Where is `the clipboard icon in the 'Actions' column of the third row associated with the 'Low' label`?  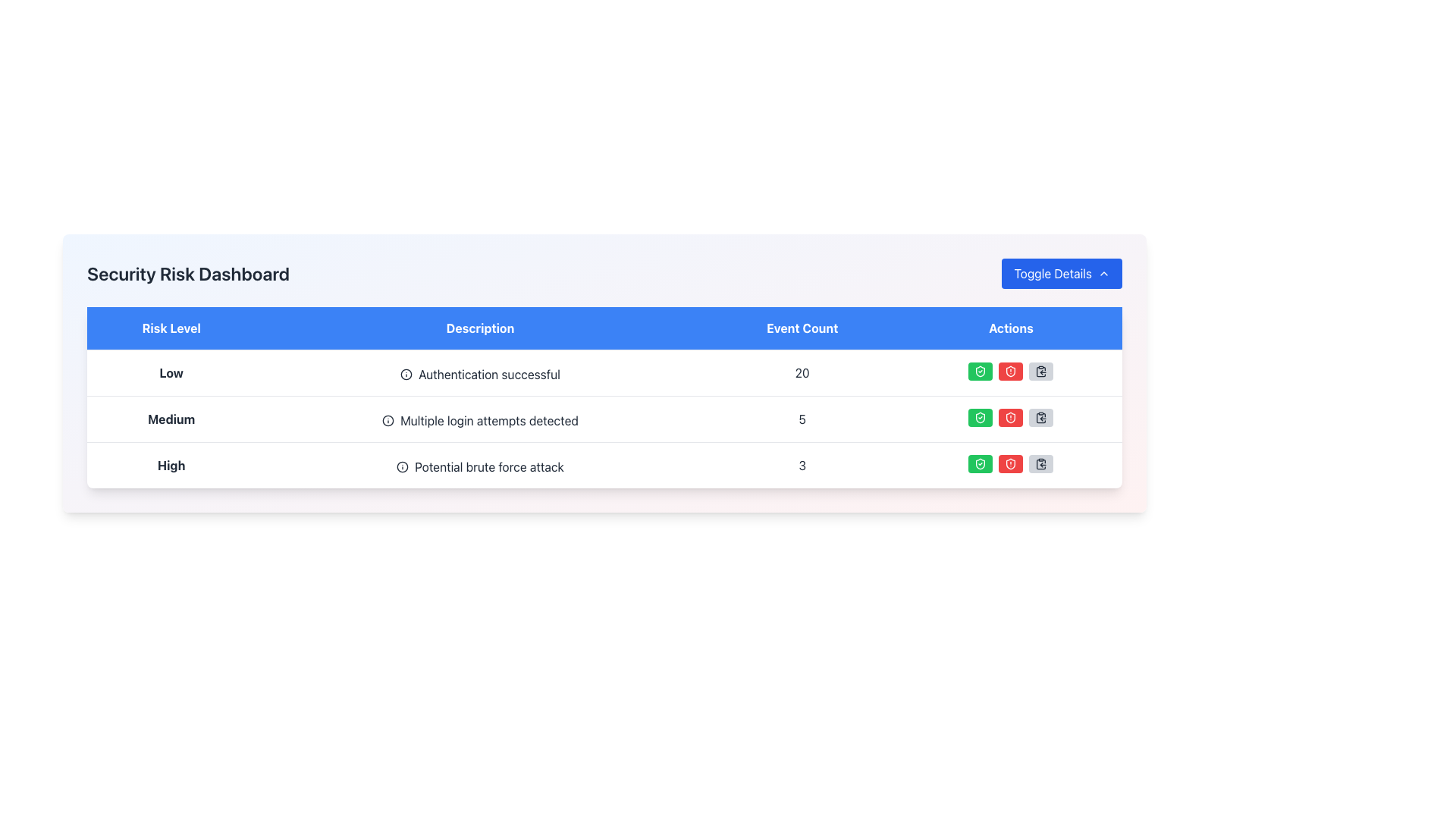 the clipboard icon in the 'Actions' column of the third row associated with the 'Low' label is located at coordinates (1040, 371).